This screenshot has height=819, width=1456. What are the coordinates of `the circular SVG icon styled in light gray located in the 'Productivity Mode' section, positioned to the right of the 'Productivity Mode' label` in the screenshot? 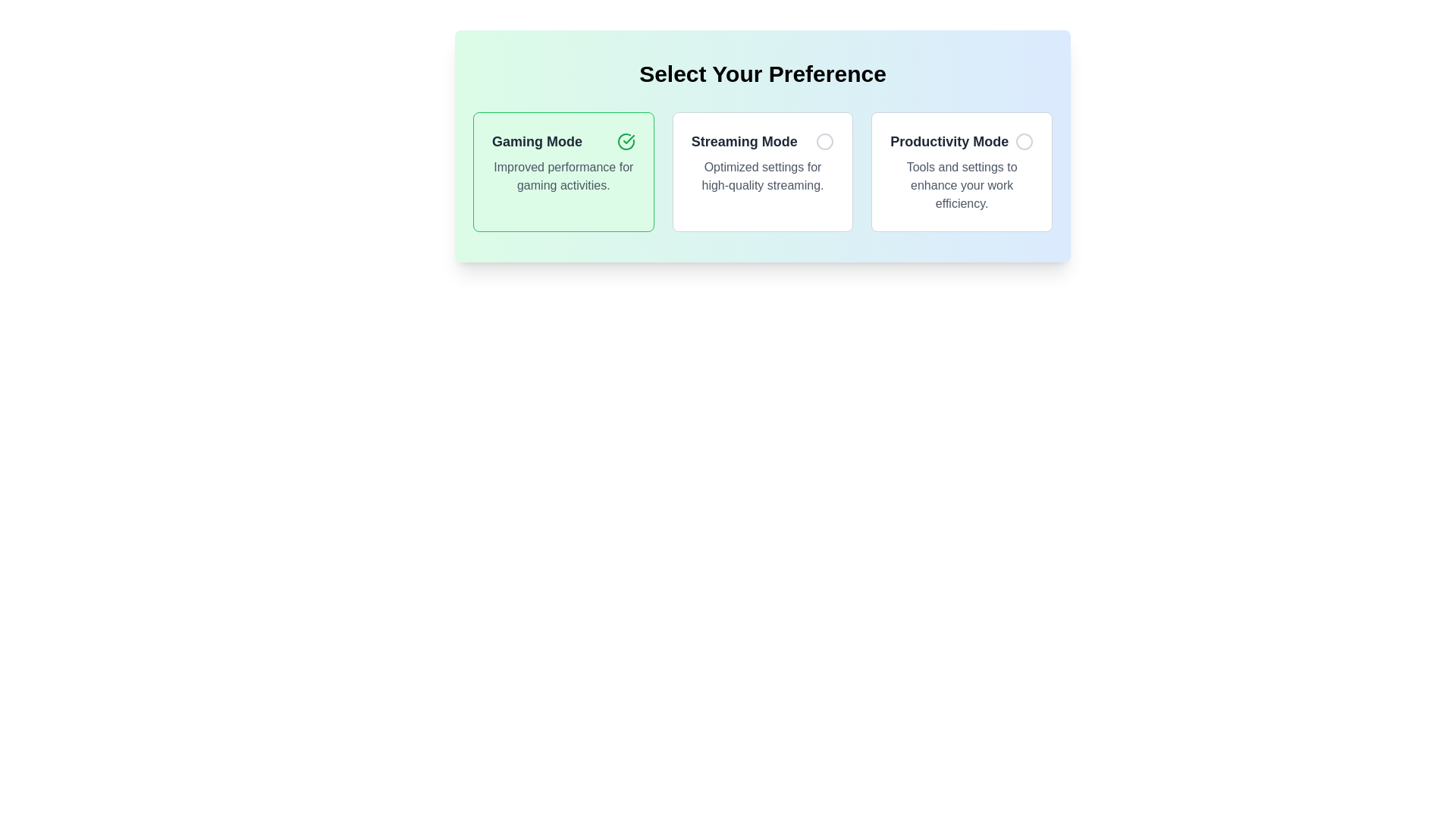 It's located at (1024, 141).